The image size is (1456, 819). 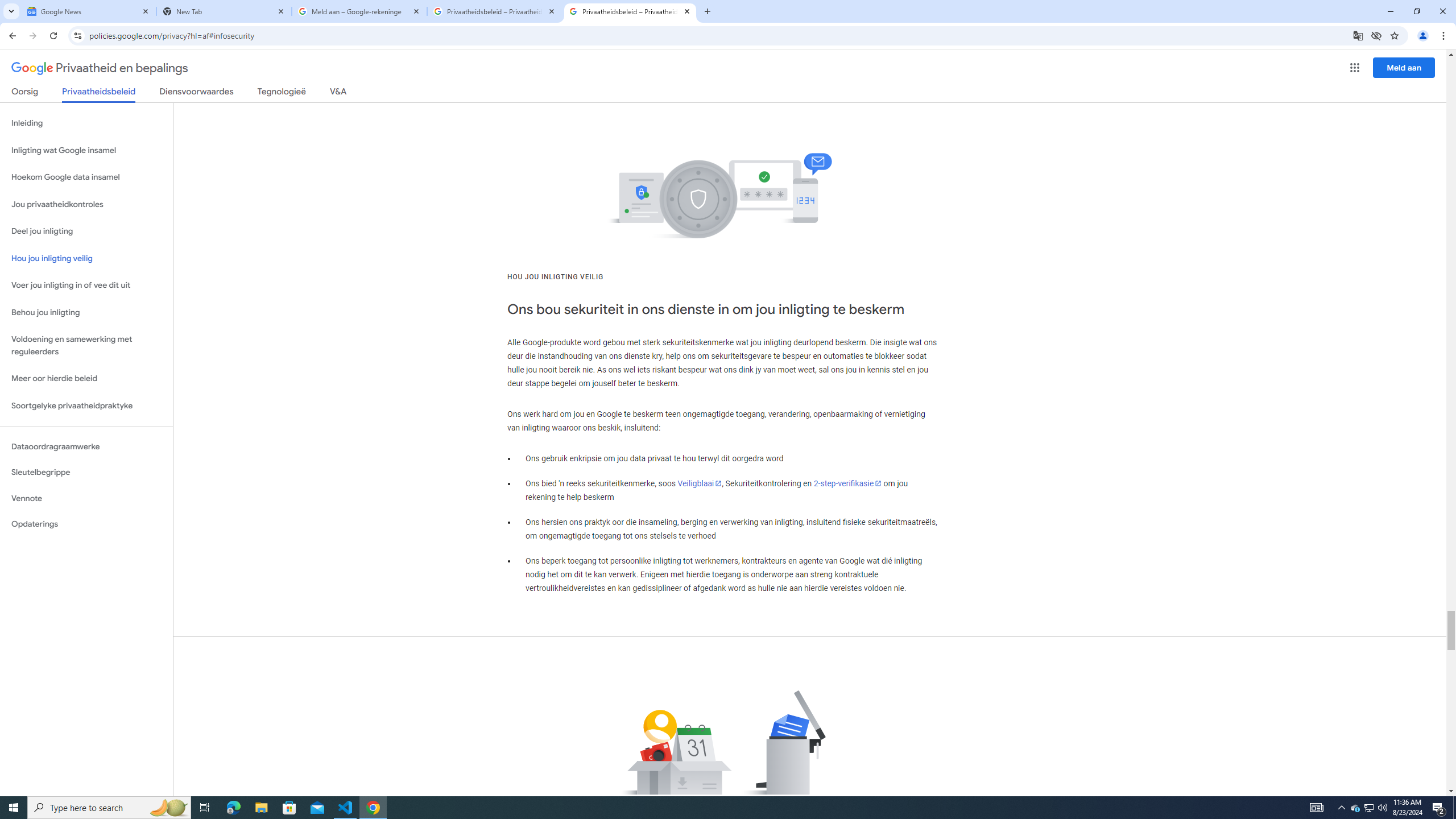 What do you see at coordinates (86, 312) in the screenshot?
I see `'Behou jou inligting'` at bounding box center [86, 312].